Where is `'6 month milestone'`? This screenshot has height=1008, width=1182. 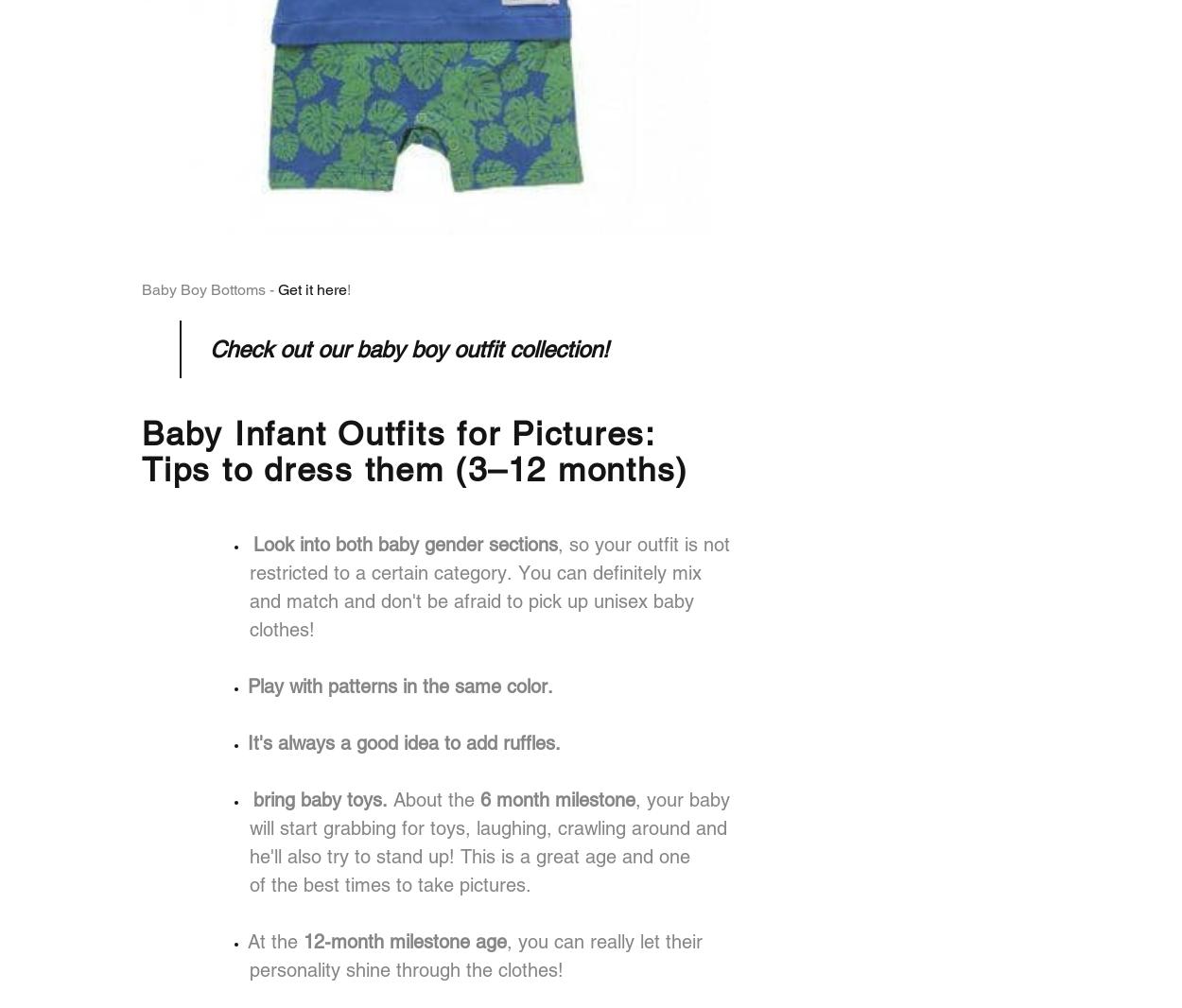 '6 month milestone' is located at coordinates (557, 799).